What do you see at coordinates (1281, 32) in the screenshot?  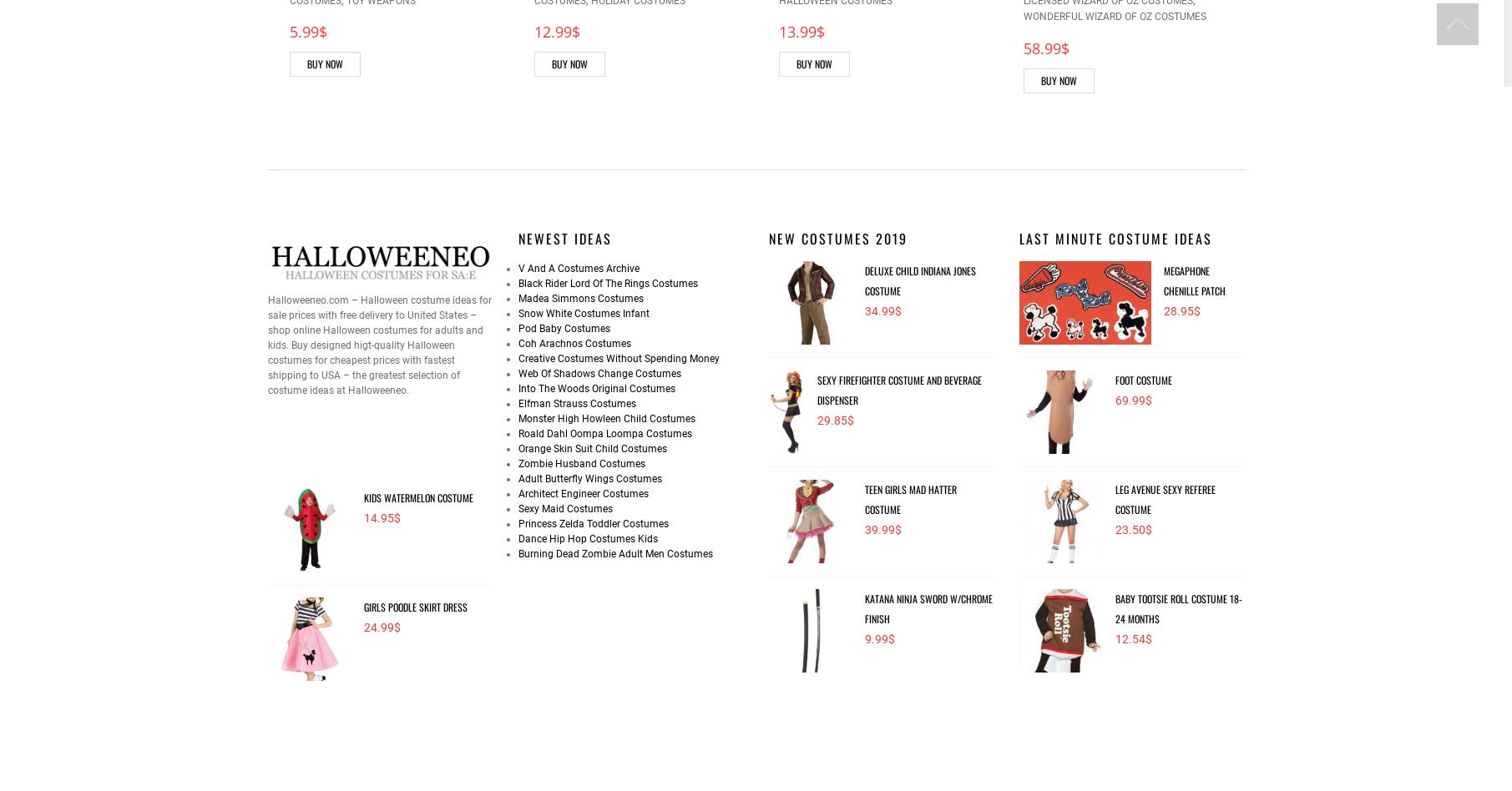 I see `'0.99'` at bounding box center [1281, 32].